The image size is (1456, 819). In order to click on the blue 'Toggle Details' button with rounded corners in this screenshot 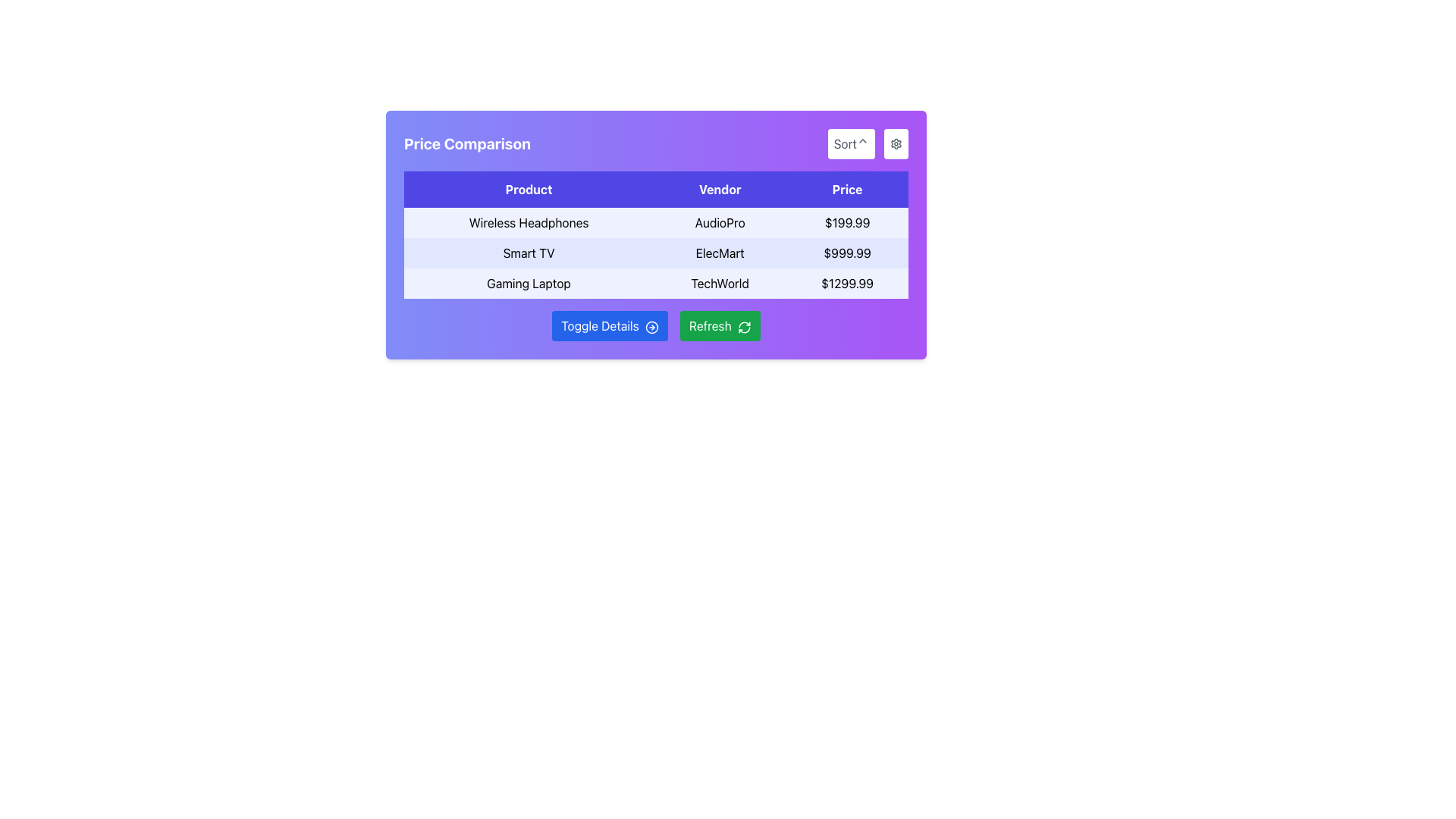, I will do `click(656, 325)`.